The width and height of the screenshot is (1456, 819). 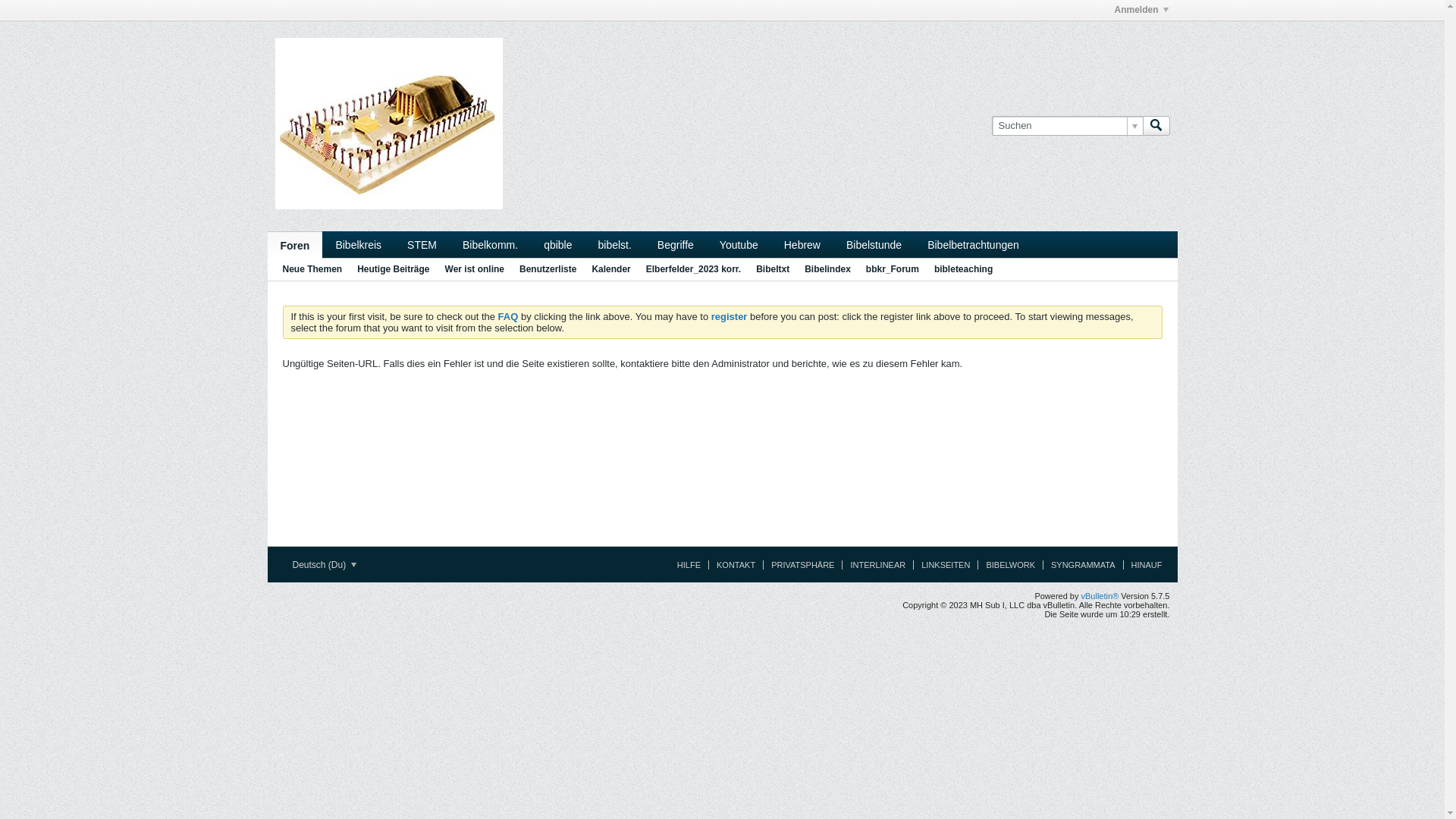 What do you see at coordinates (684, 564) in the screenshot?
I see `'HILFE'` at bounding box center [684, 564].